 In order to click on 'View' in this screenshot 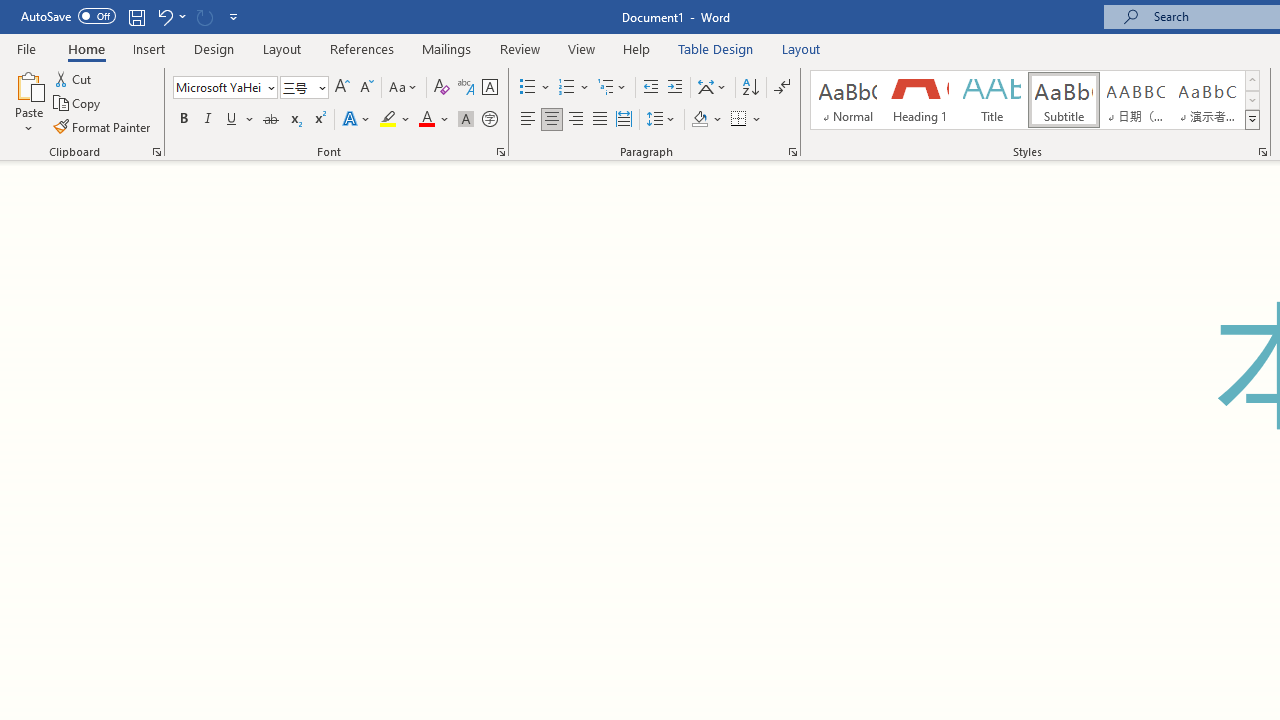, I will do `click(581, 48)`.